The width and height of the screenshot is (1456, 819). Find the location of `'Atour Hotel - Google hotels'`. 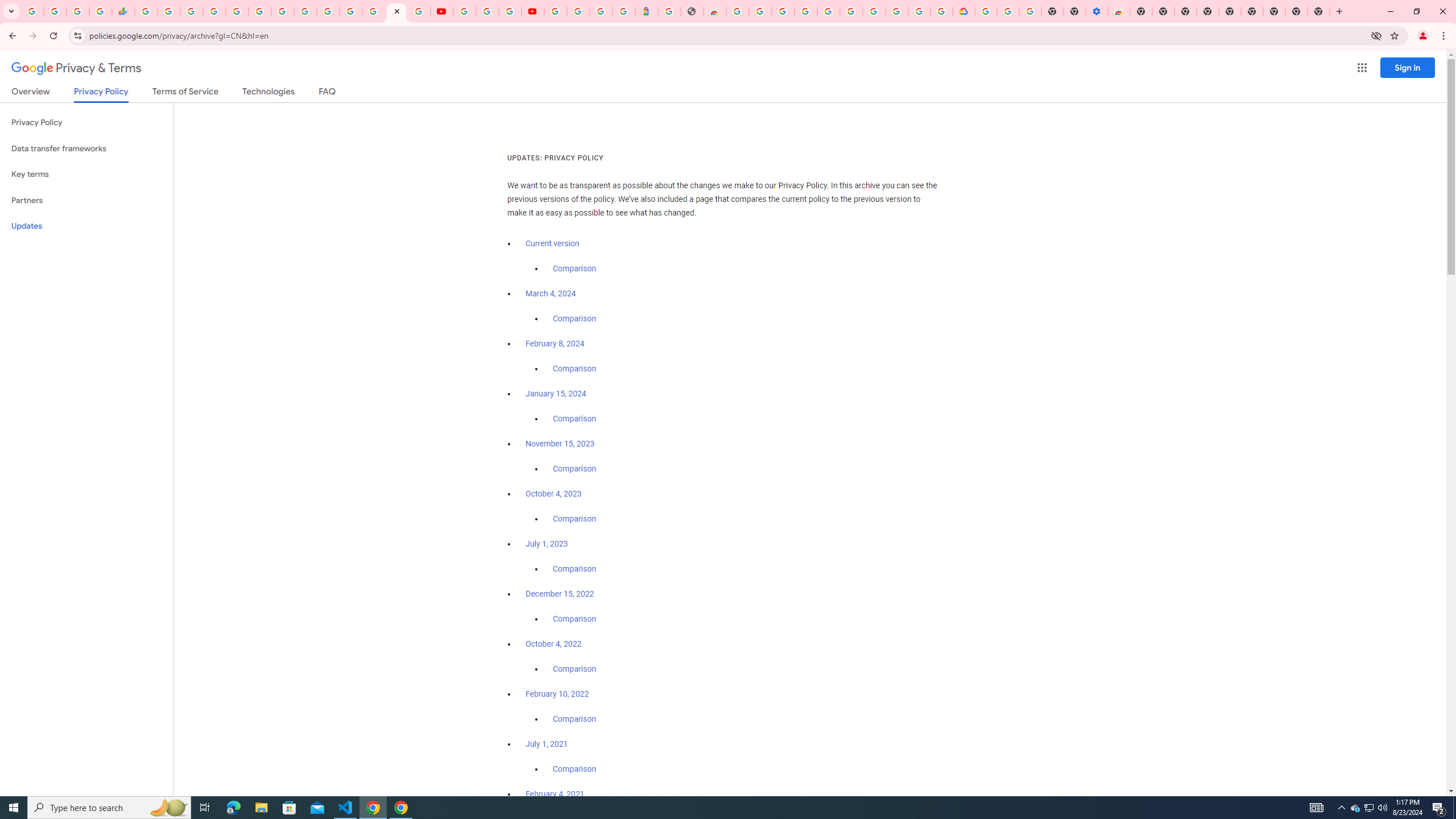

'Atour Hotel - Google hotels' is located at coordinates (646, 11).